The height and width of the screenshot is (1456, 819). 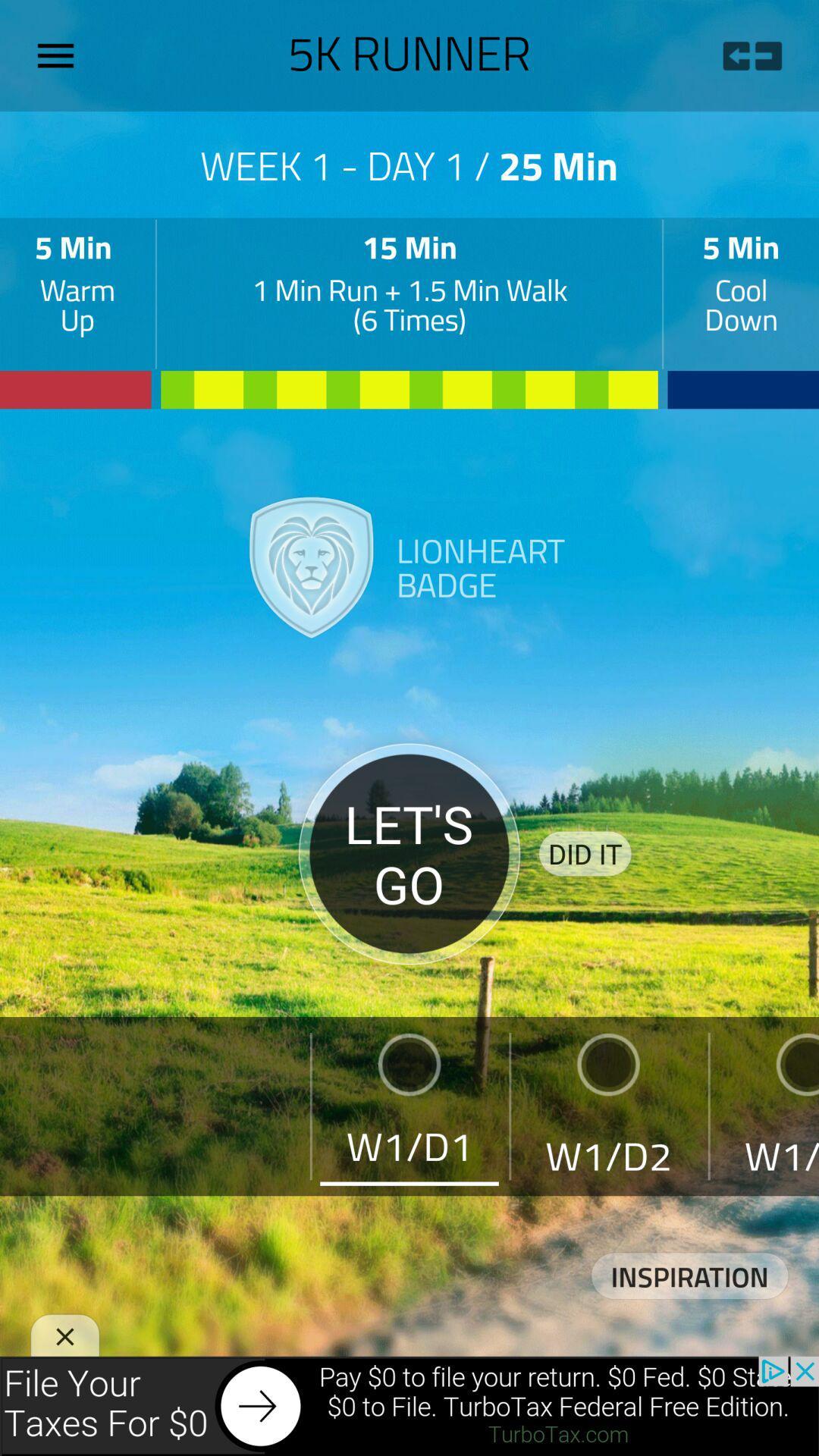 What do you see at coordinates (61, 55) in the screenshot?
I see `open menu` at bounding box center [61, 55].